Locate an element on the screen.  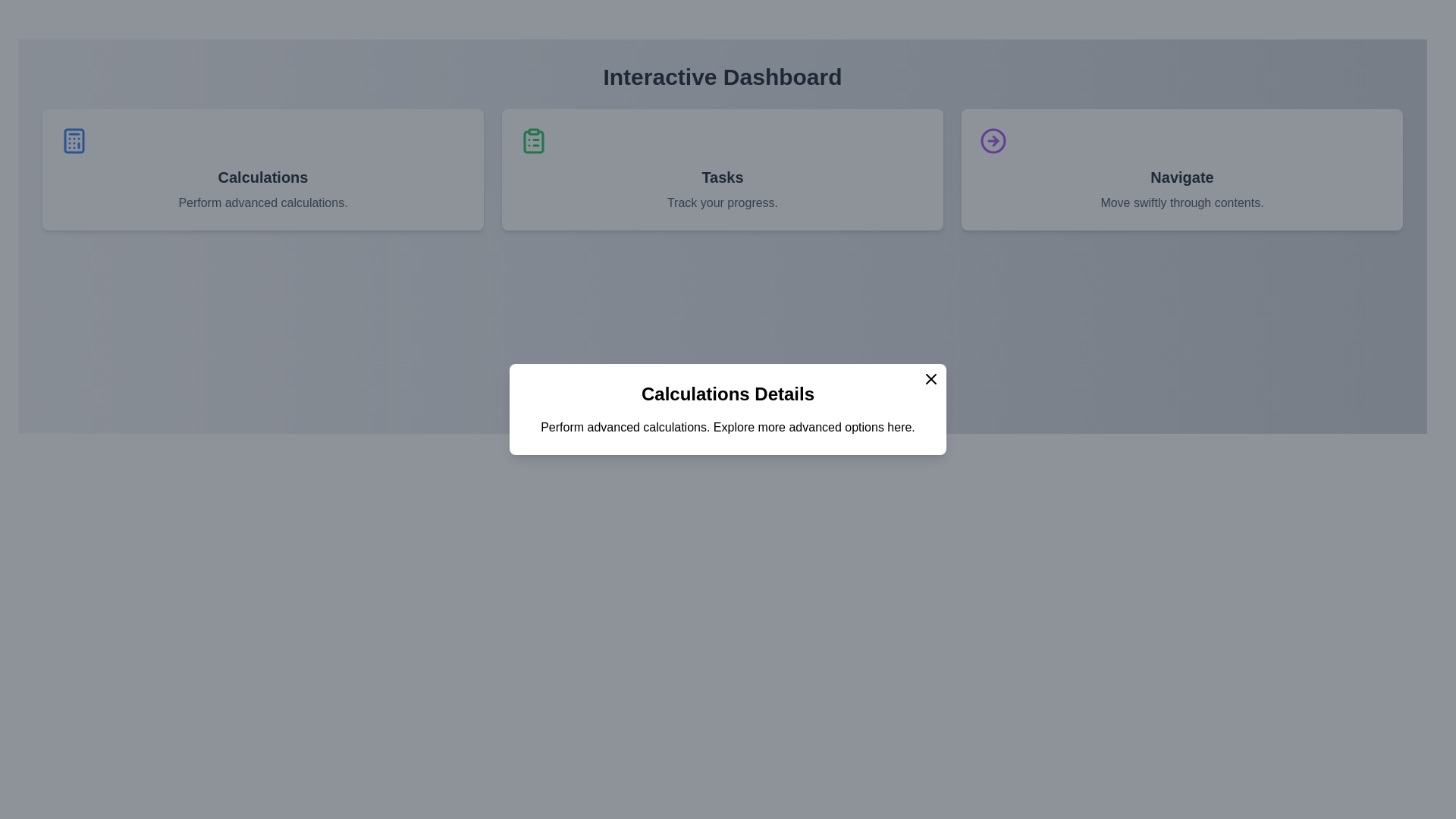
the bold, large-font heading text 'Calculations Details', which is prominently displayed in black within a white rounded rectangular box at the bottom of the viewport is located at coordinates (728, 394).